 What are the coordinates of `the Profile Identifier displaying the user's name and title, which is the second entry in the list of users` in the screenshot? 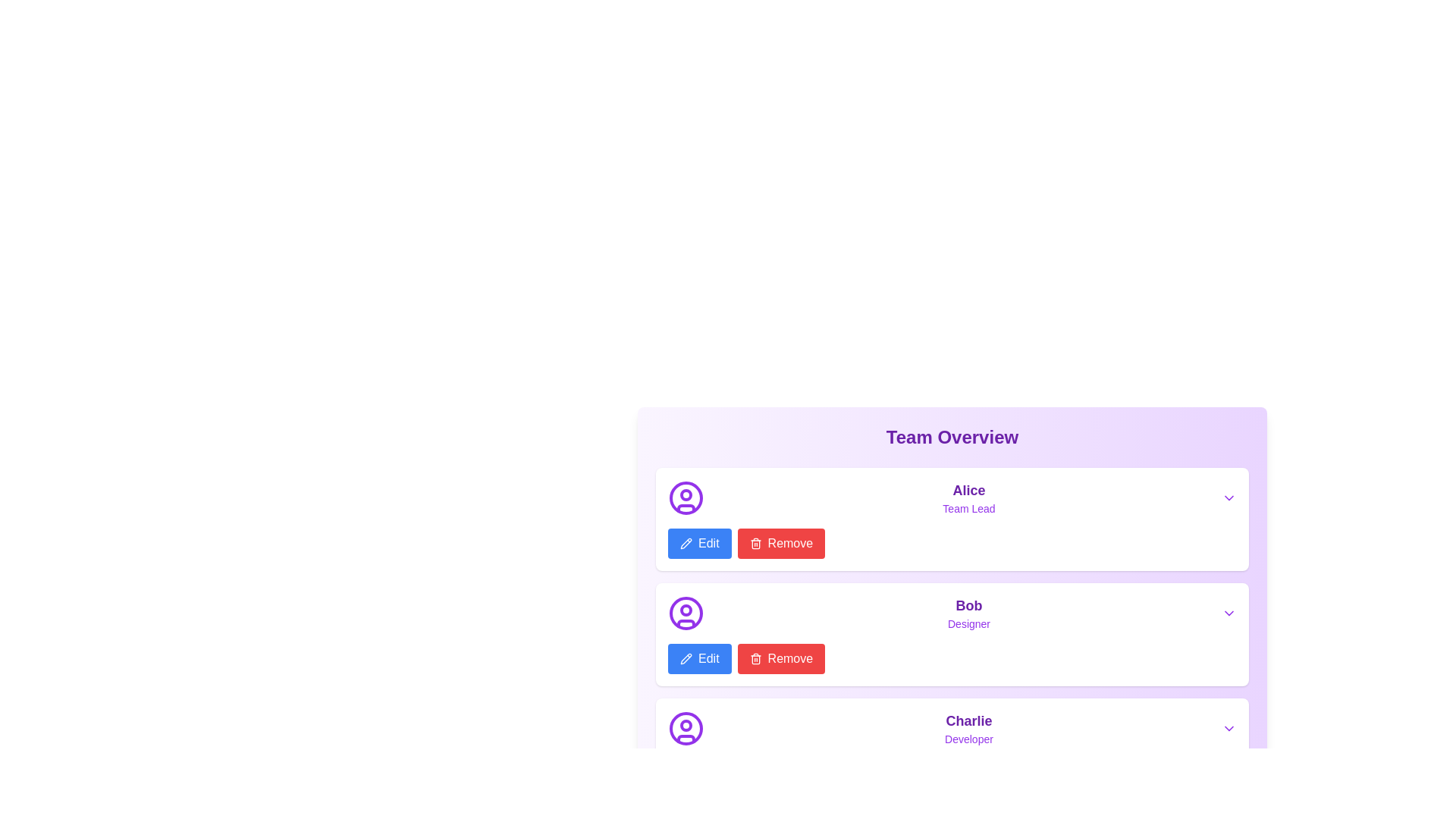 It's located at (952, 613).